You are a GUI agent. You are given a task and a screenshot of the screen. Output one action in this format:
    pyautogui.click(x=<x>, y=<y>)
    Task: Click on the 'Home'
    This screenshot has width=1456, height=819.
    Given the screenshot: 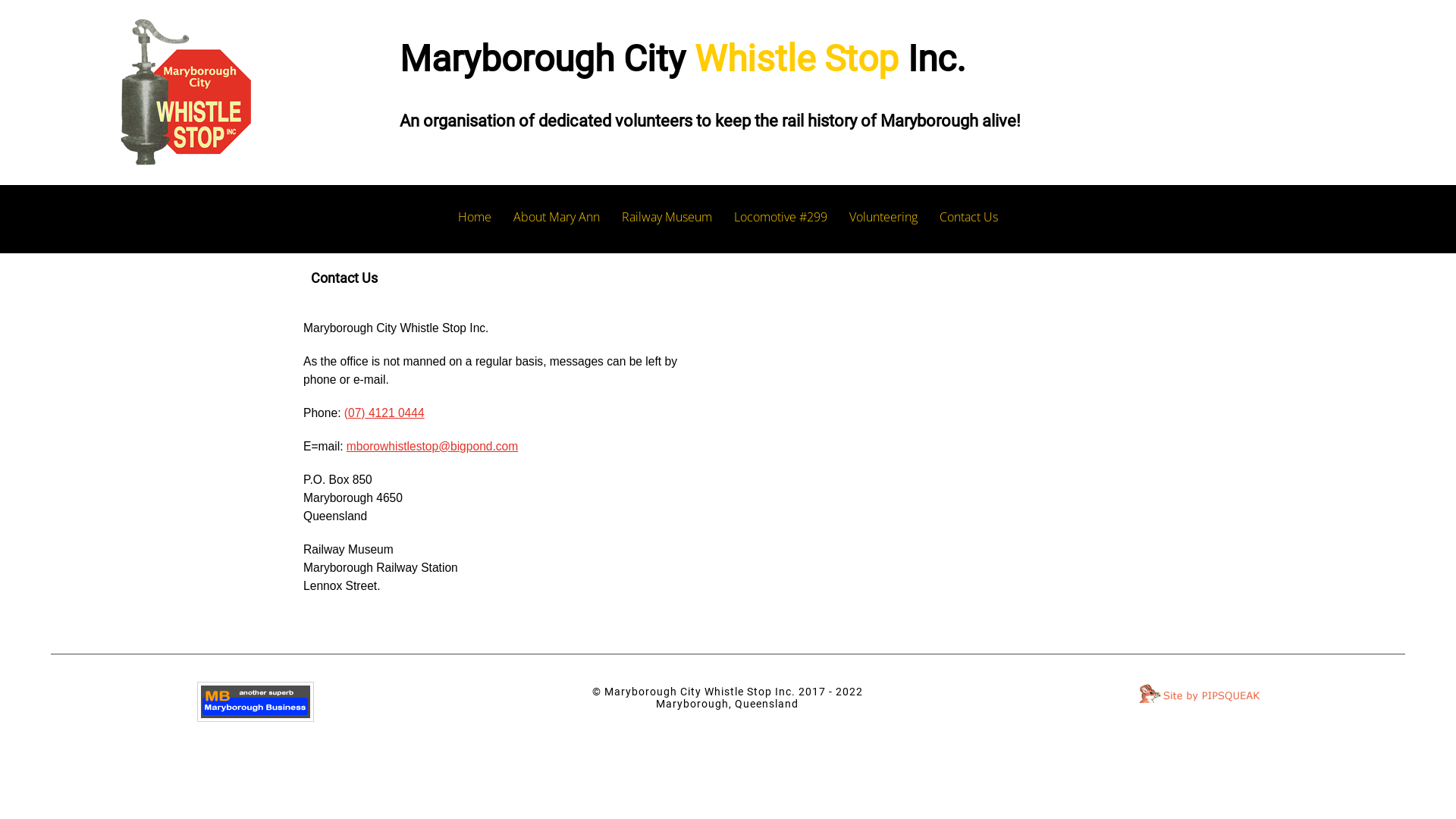 What is the action you would take?
    pyautogui.click(x=473, y=216)
    